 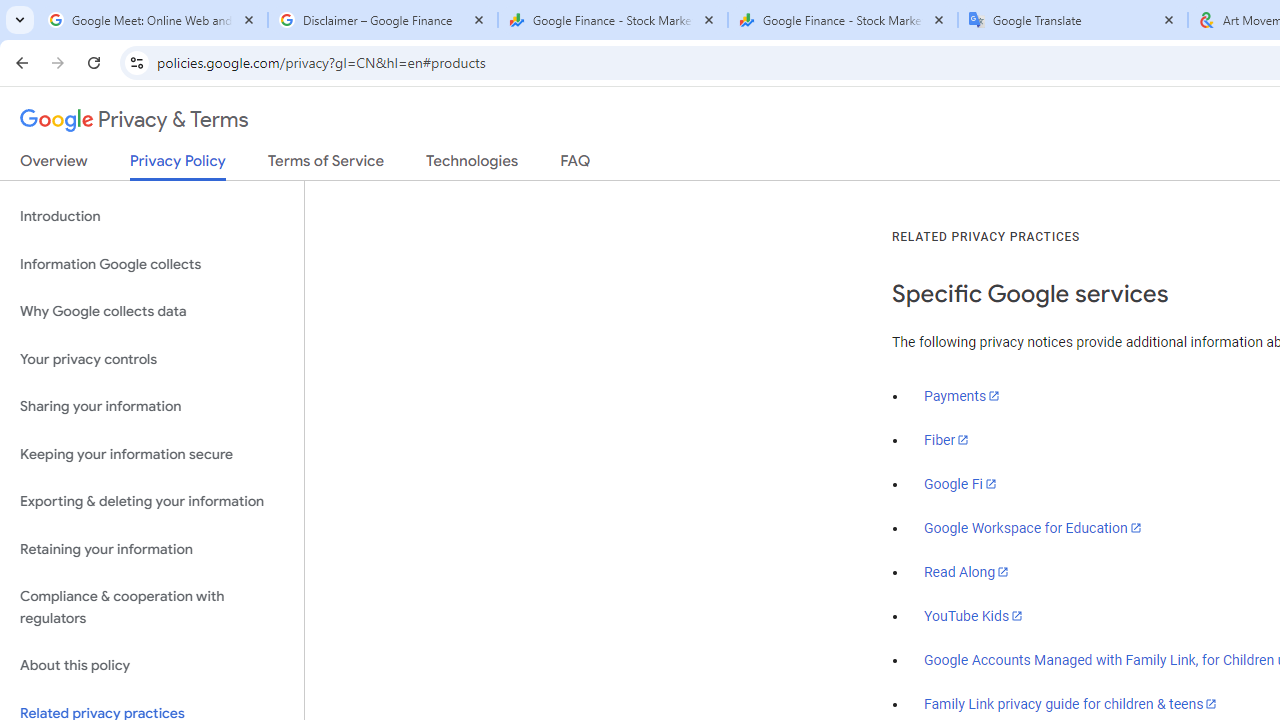 I want to click on 'Compliance & cooperation with regulators', so click(x=151, y=607).